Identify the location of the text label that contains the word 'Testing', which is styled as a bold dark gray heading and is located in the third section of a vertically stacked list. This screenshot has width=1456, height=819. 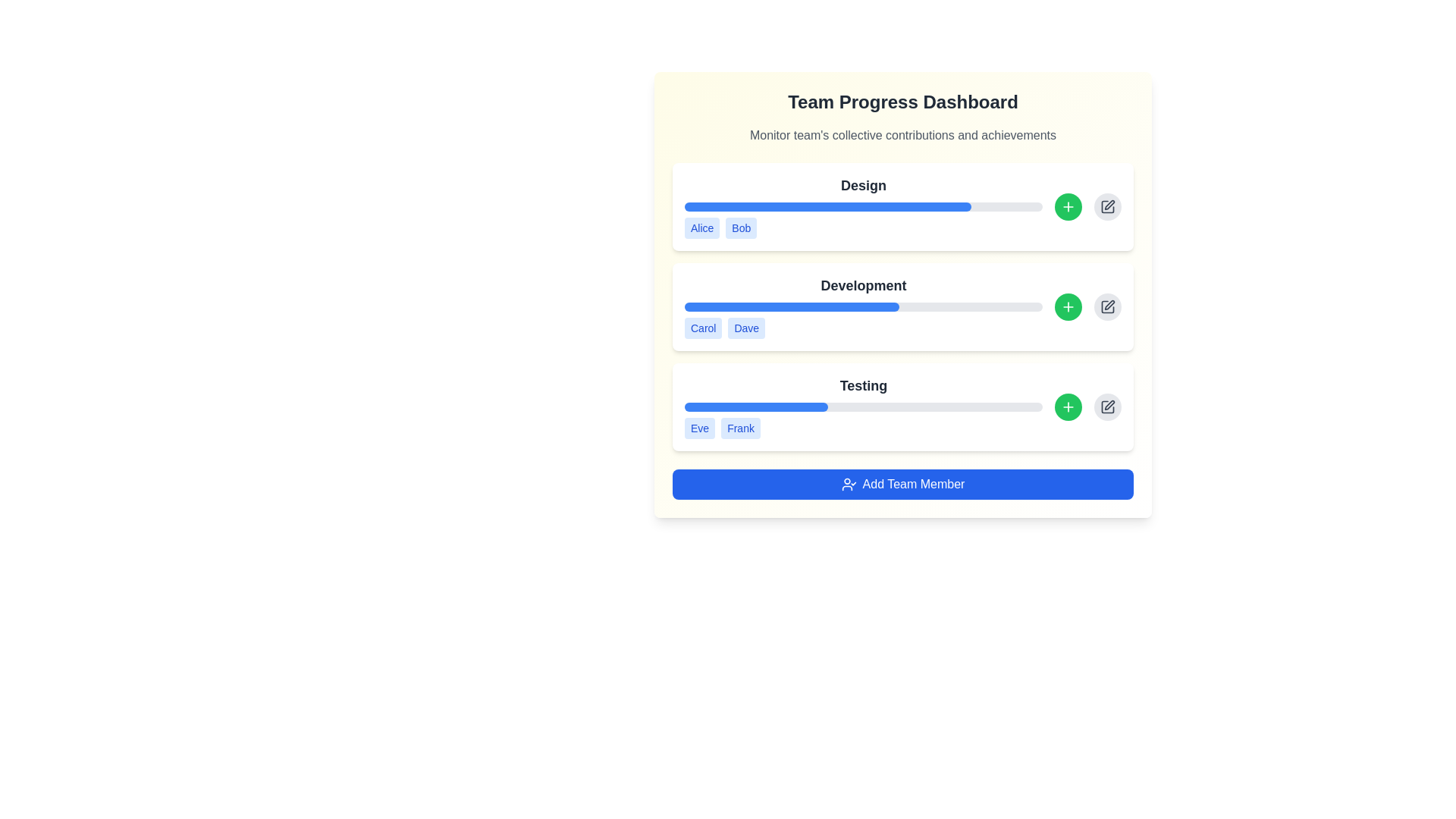
(863, 385).